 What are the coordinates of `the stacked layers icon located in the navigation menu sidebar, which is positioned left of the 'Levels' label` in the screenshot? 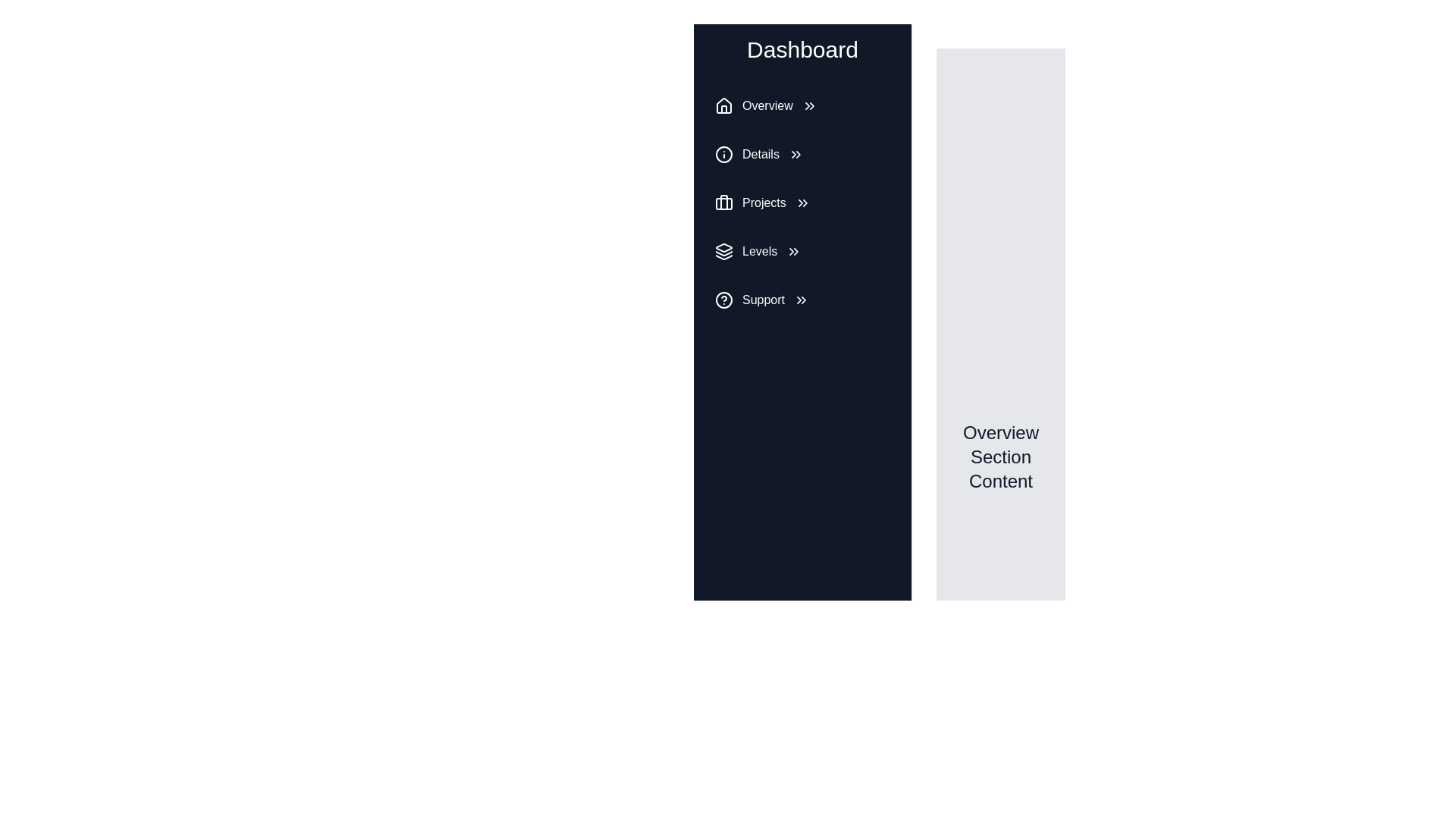 It's located at (723, 250).